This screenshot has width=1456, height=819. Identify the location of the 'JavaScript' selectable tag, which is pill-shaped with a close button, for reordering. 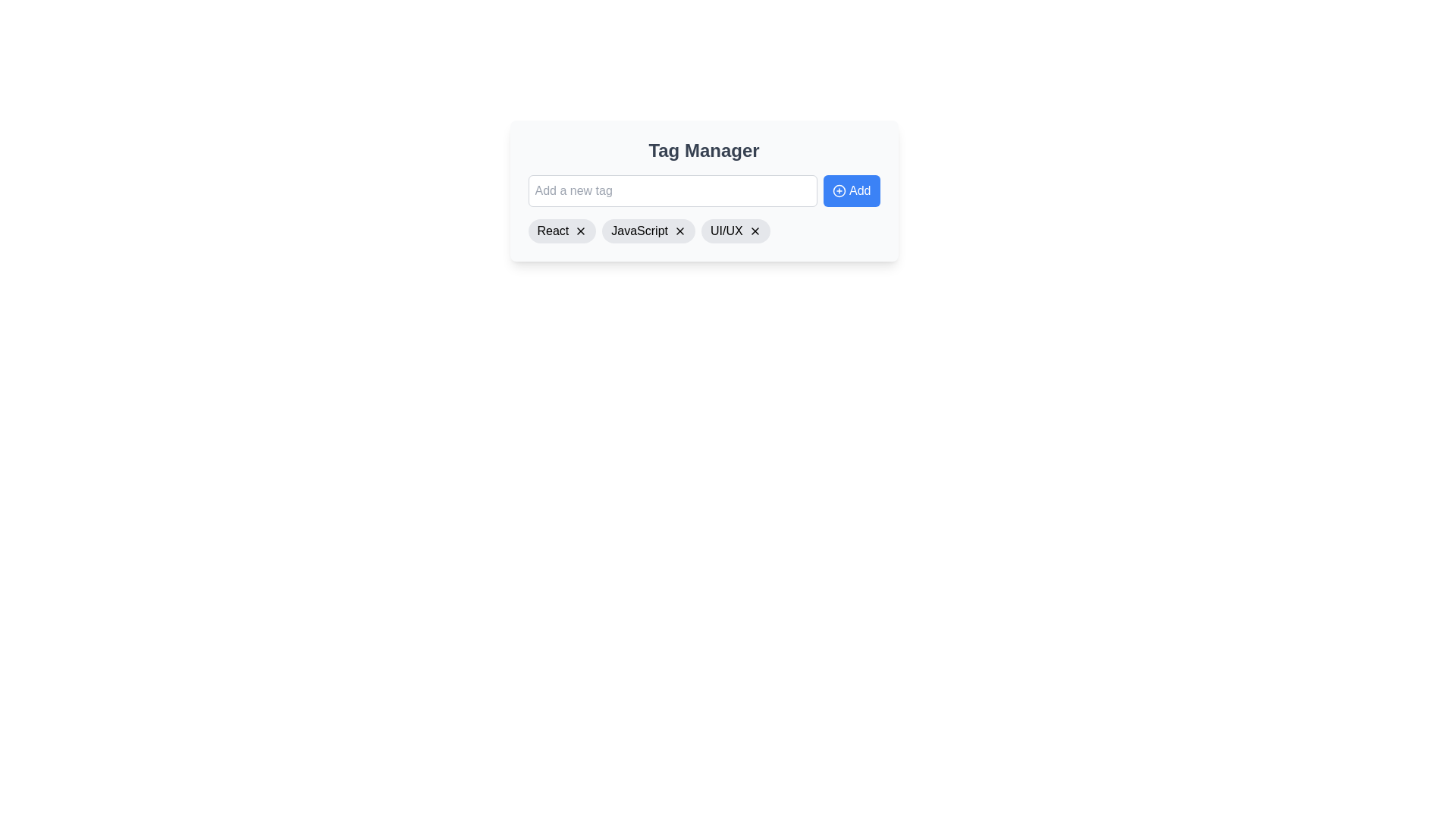
(648, 231).